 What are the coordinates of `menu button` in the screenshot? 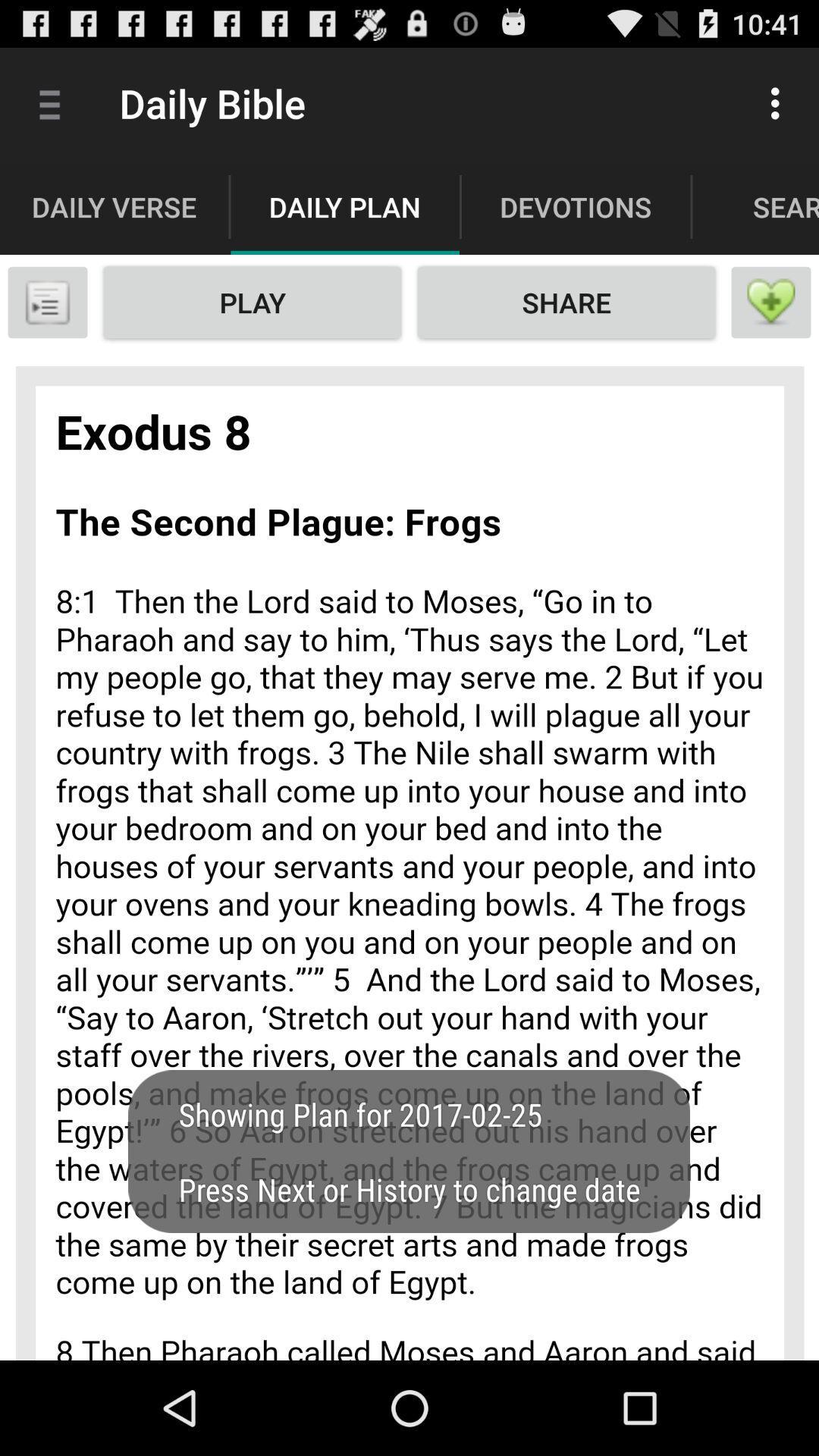 It's located at (46, 302).